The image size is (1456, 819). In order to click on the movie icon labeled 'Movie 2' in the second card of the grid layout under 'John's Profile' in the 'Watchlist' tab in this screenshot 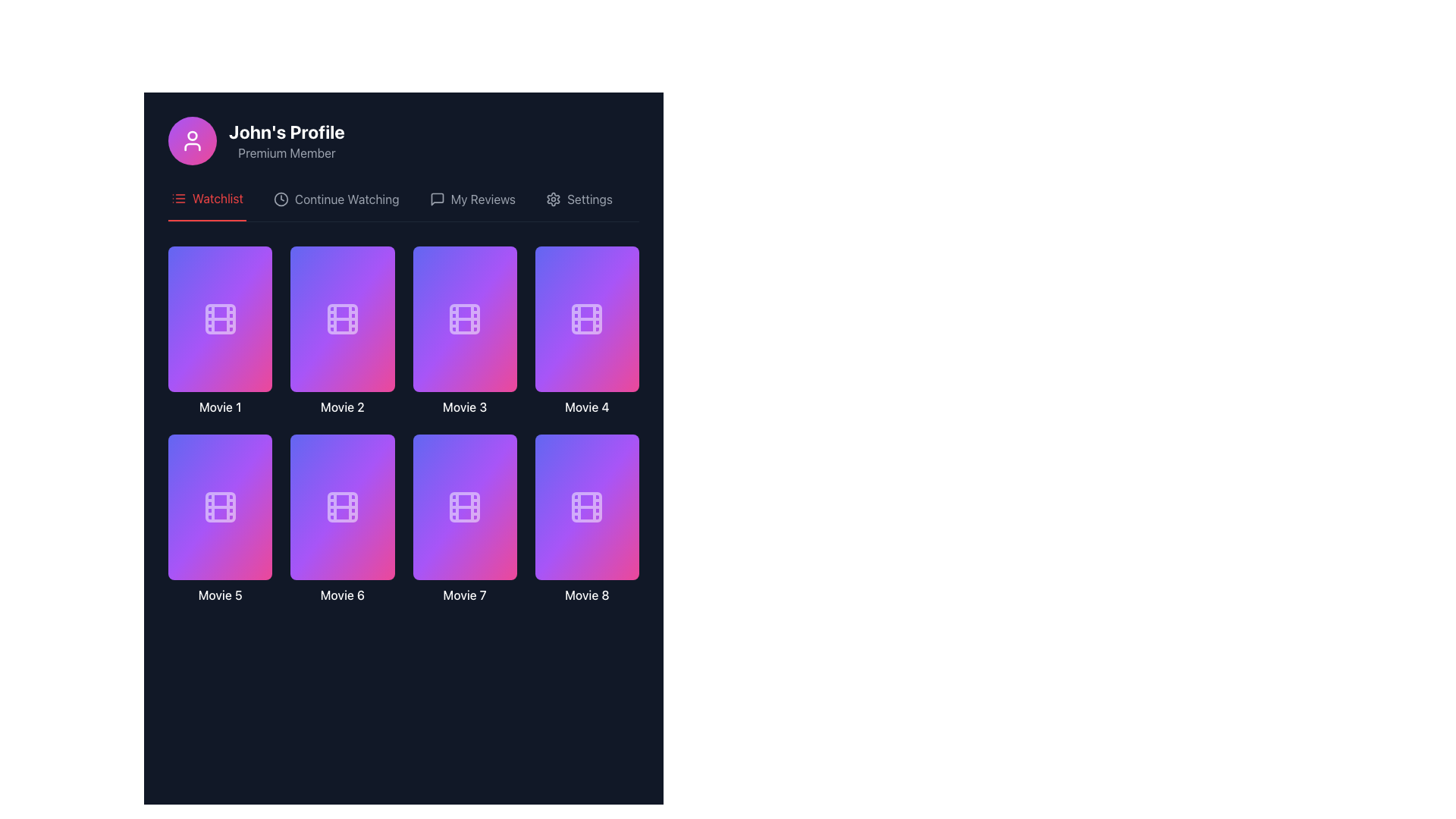, I will do `click(341, 318)`.